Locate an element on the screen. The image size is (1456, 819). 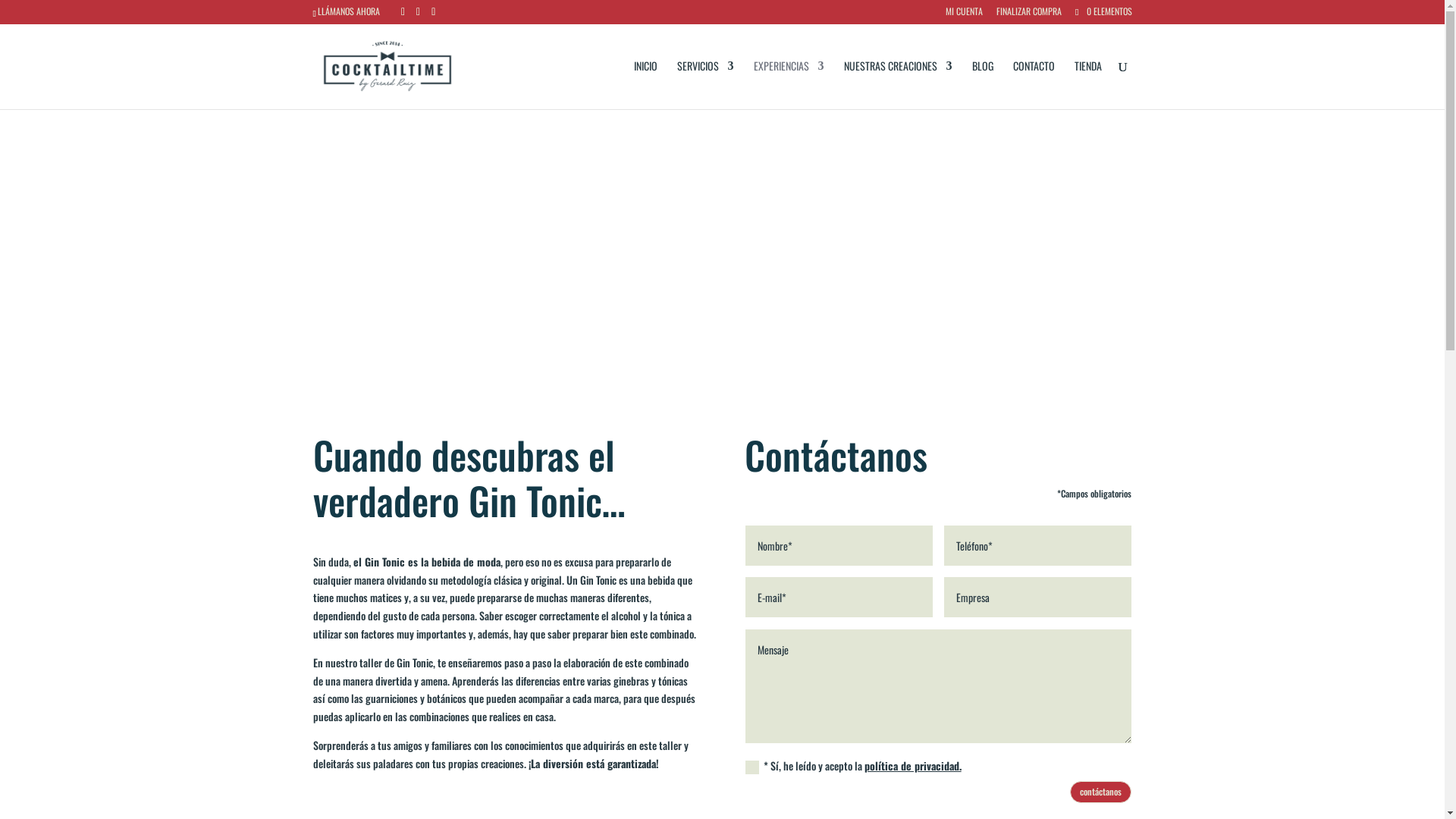
'CONTACTO' is located at coordinates (1033, 84).